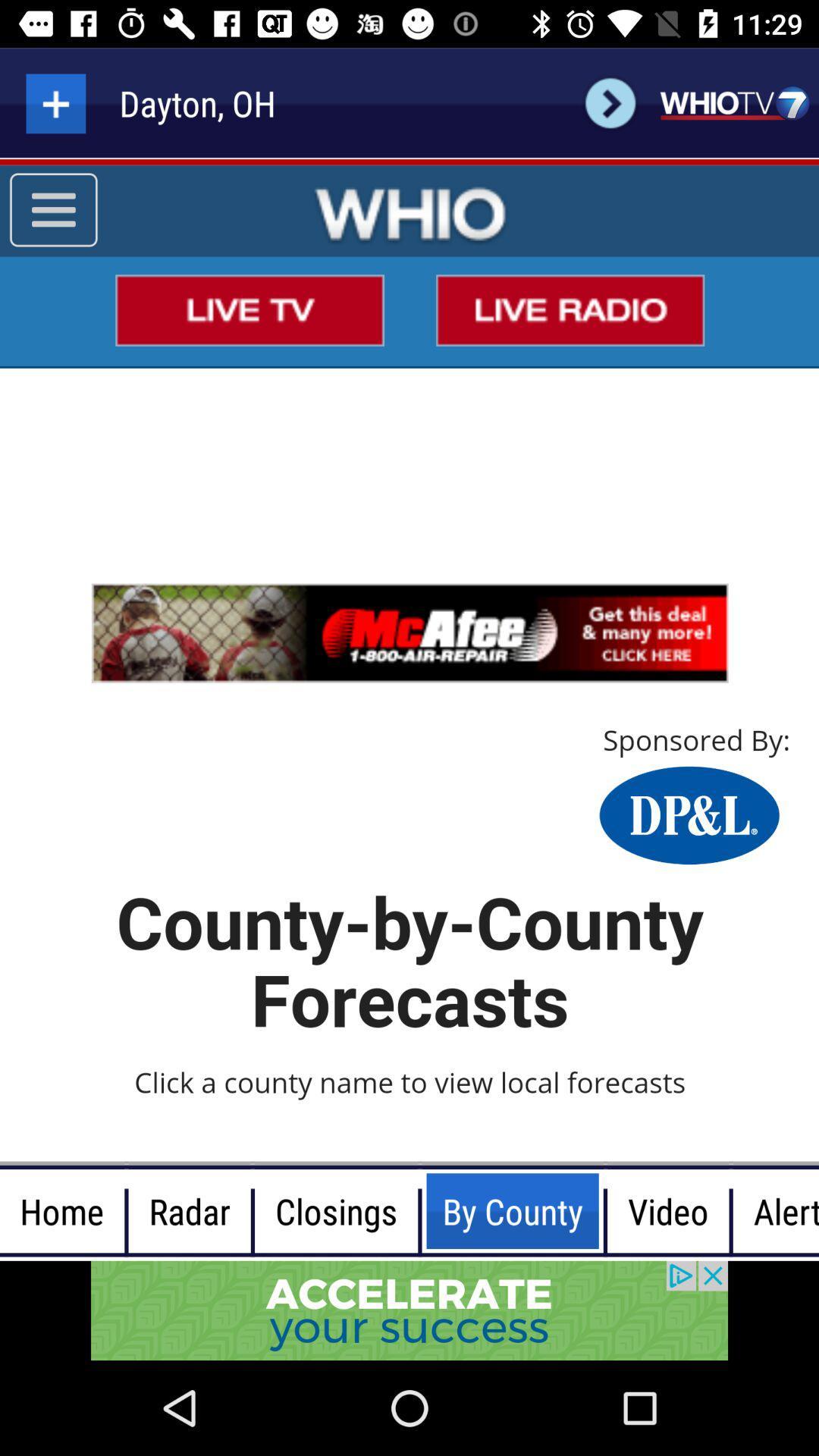 The width and height of the screenshot is (819, 1456). I want to click on the arrow_forward icon, so click(610, 102).